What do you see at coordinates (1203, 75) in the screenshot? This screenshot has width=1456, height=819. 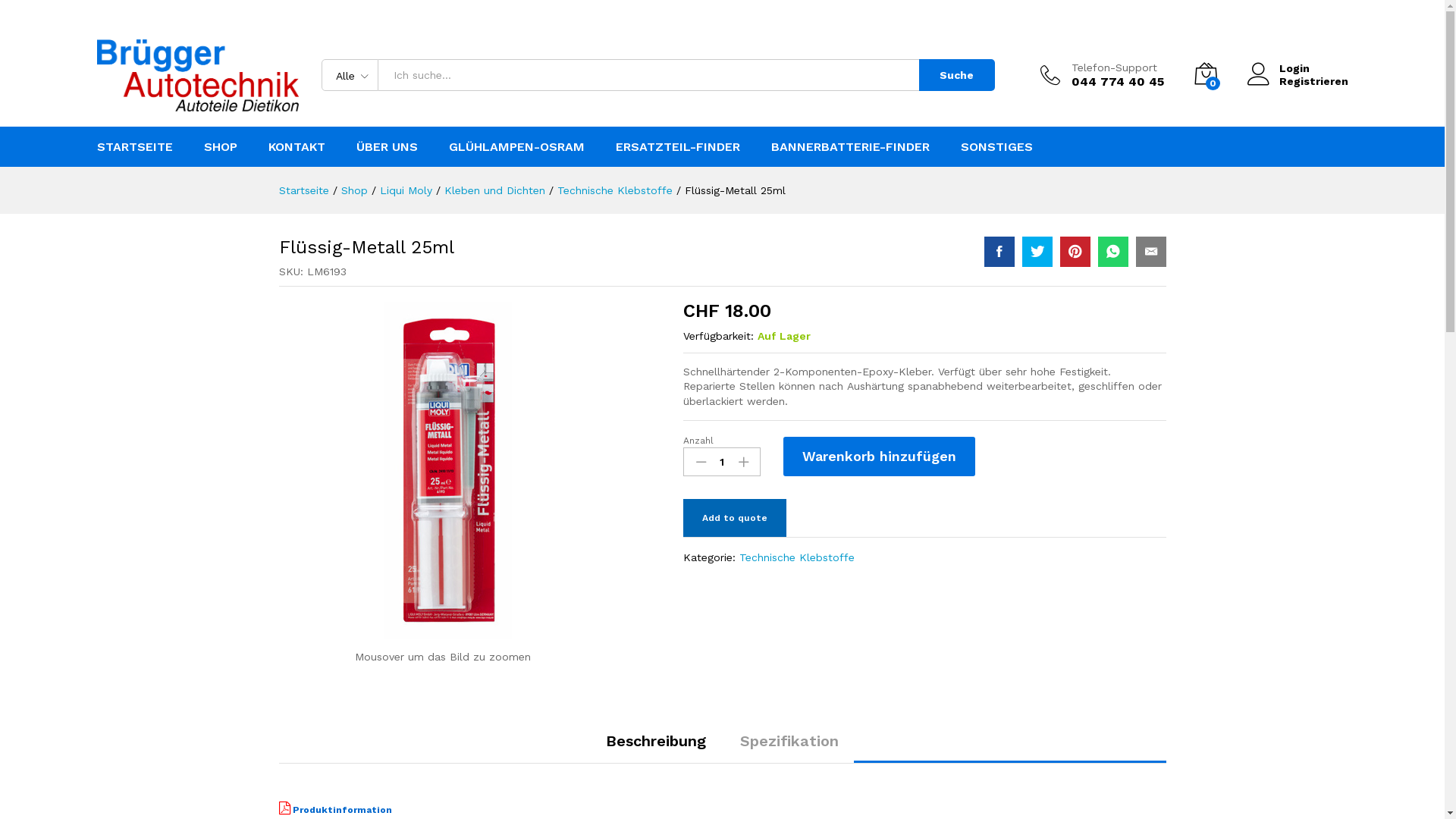 I see `'0'` at bounding box center [1203, 75].